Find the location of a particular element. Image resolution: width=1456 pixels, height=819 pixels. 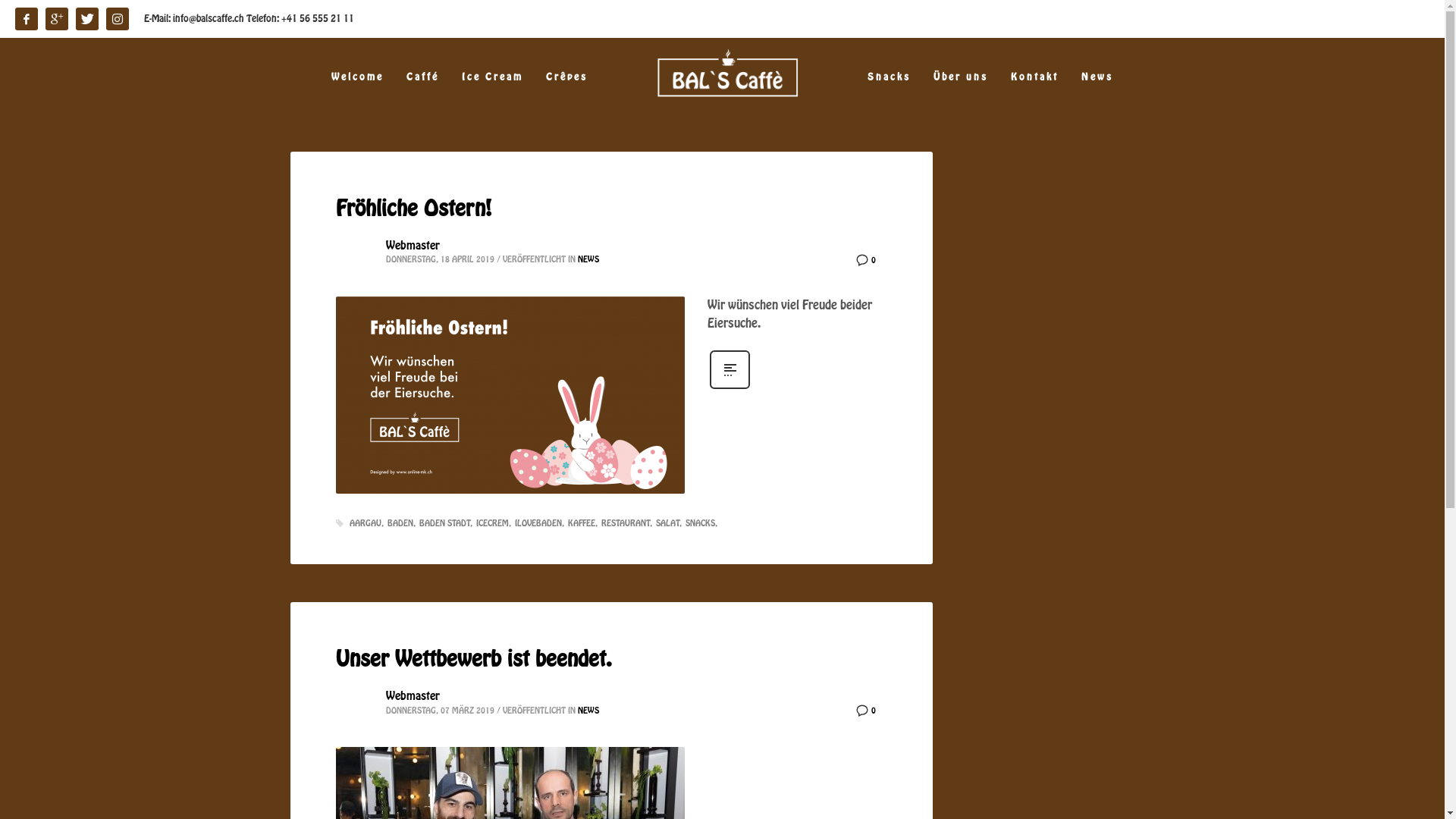

'Ice Cream' is located at coordinates (451, 77).